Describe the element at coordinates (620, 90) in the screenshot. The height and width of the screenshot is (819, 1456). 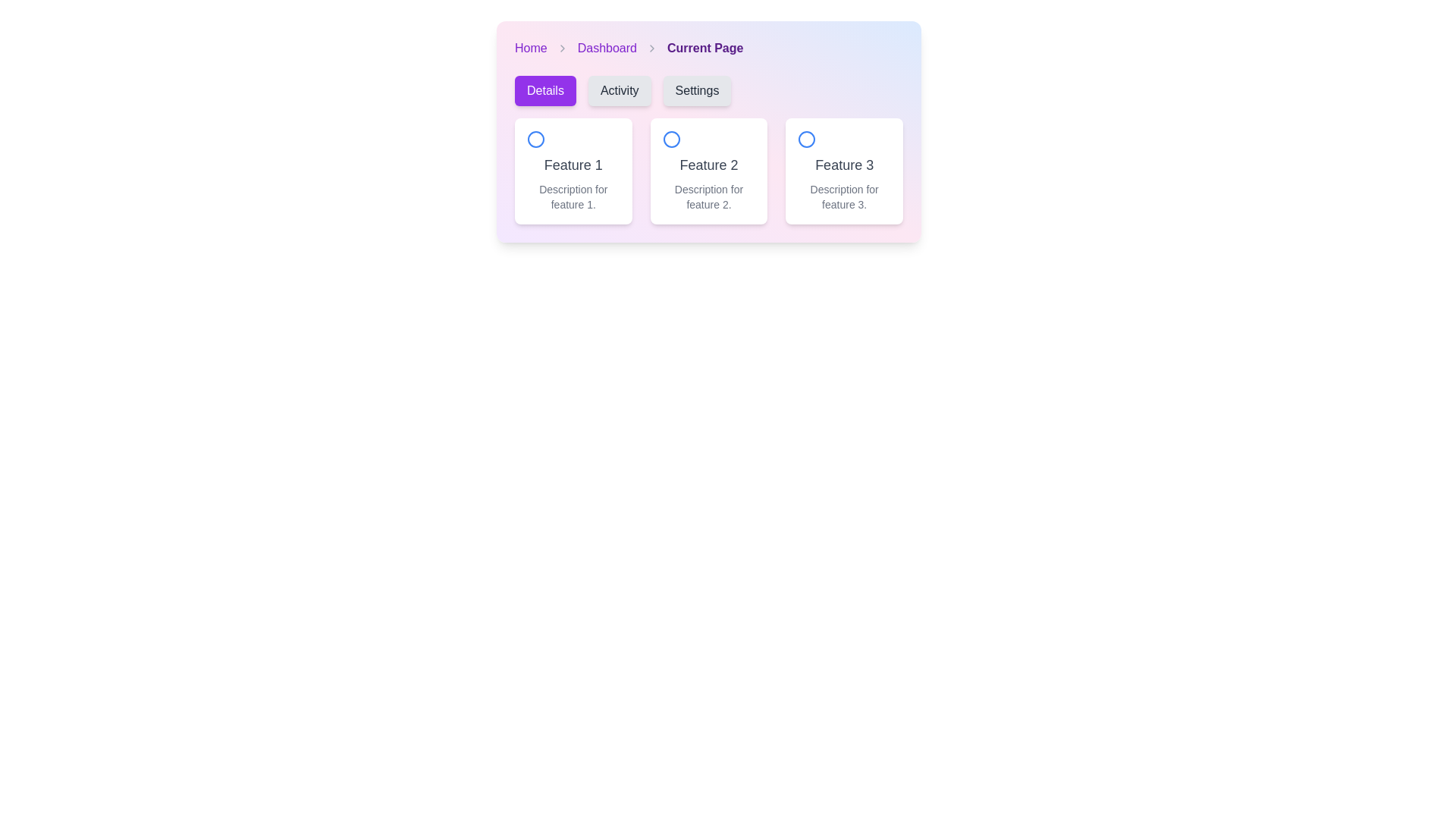
I see `the navigation button that leads to the 'Activity' page, positioned between the 'Details' and 'Settings' buttons` at that location.